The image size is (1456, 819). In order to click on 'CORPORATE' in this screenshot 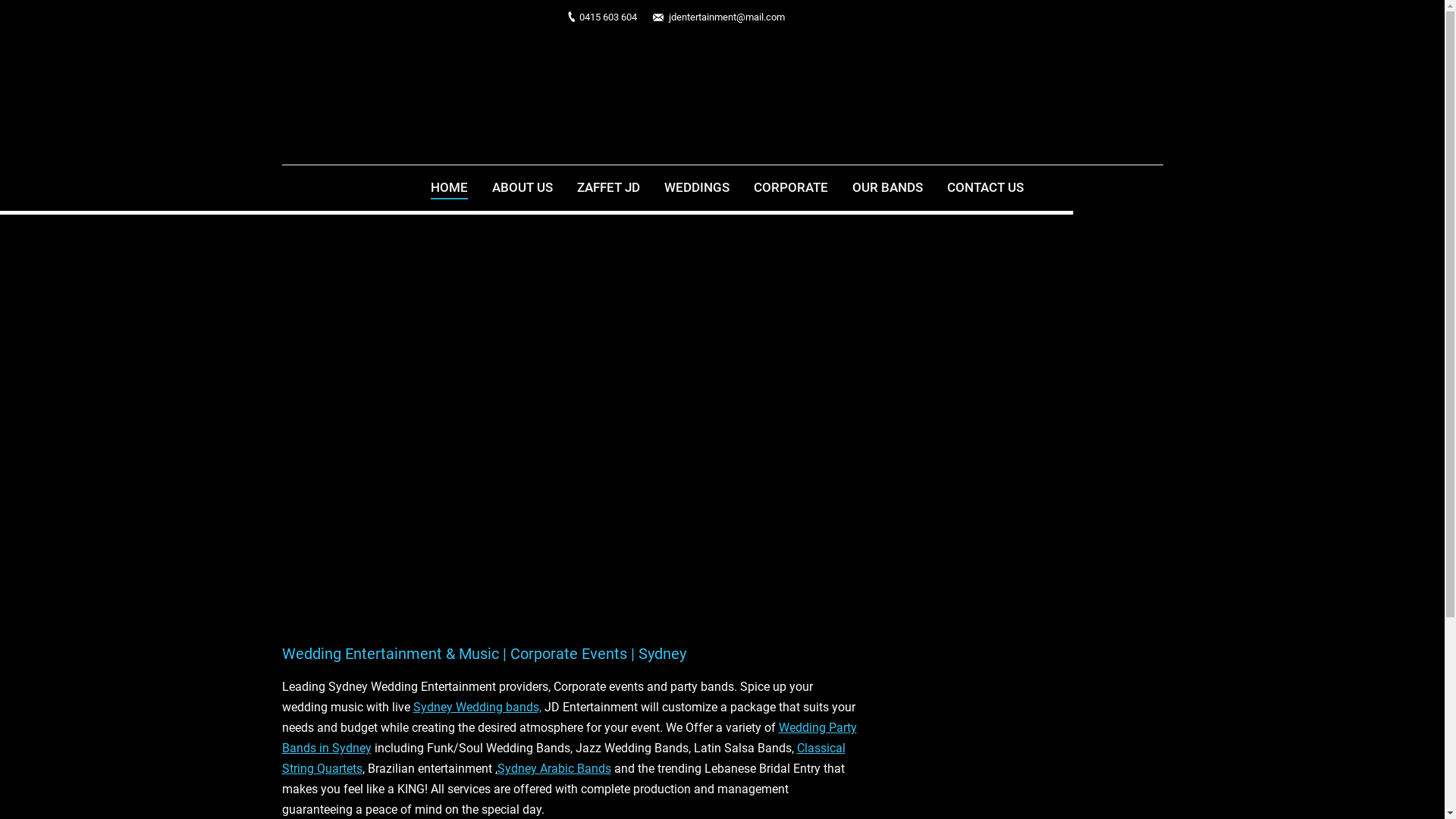, I will do `click(789, 187)`.